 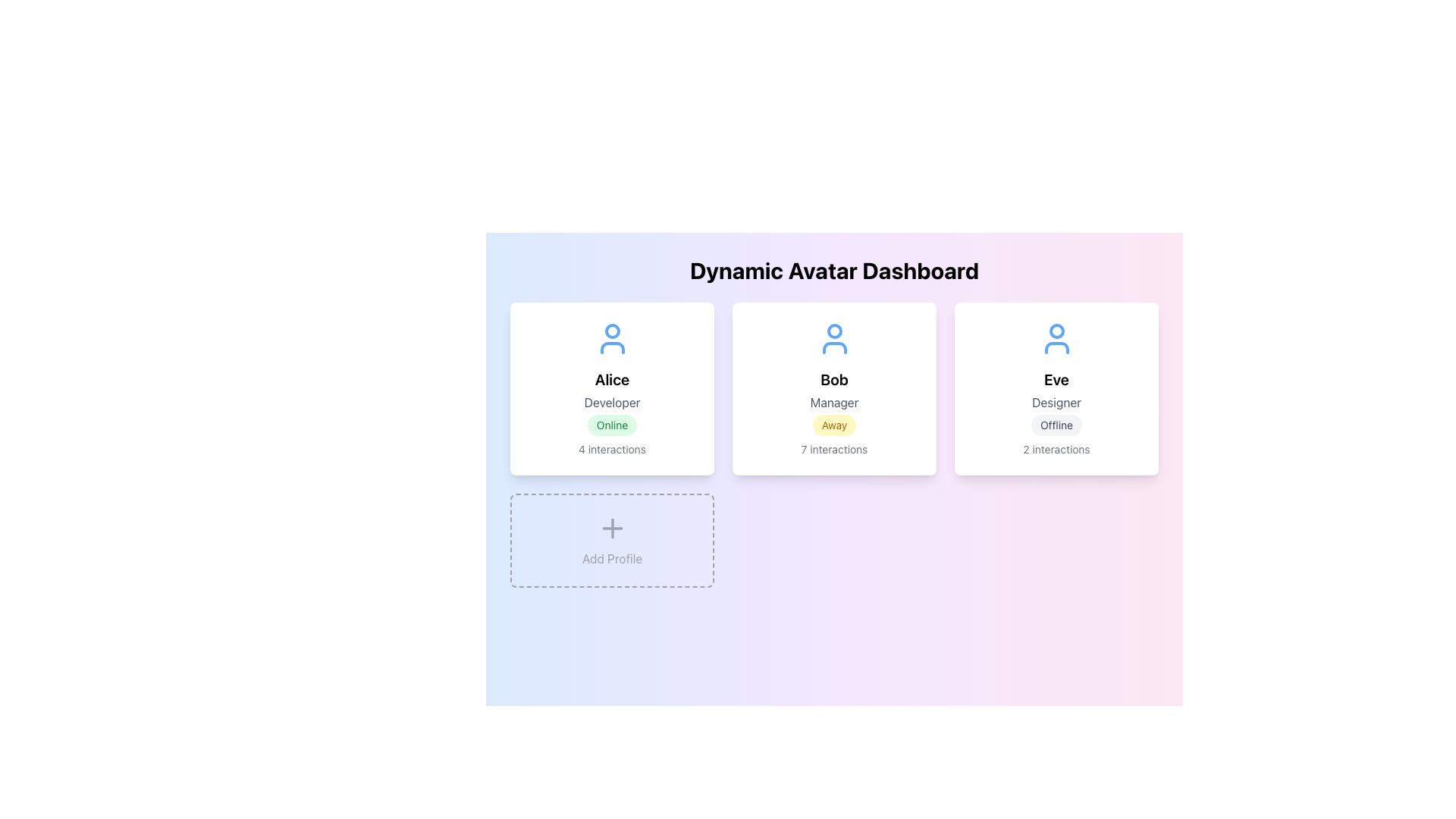 I want to click on the blue outline user profile silhouette icon located at the top of the second card, above the text 'Bob', so click(x=833, y=338).